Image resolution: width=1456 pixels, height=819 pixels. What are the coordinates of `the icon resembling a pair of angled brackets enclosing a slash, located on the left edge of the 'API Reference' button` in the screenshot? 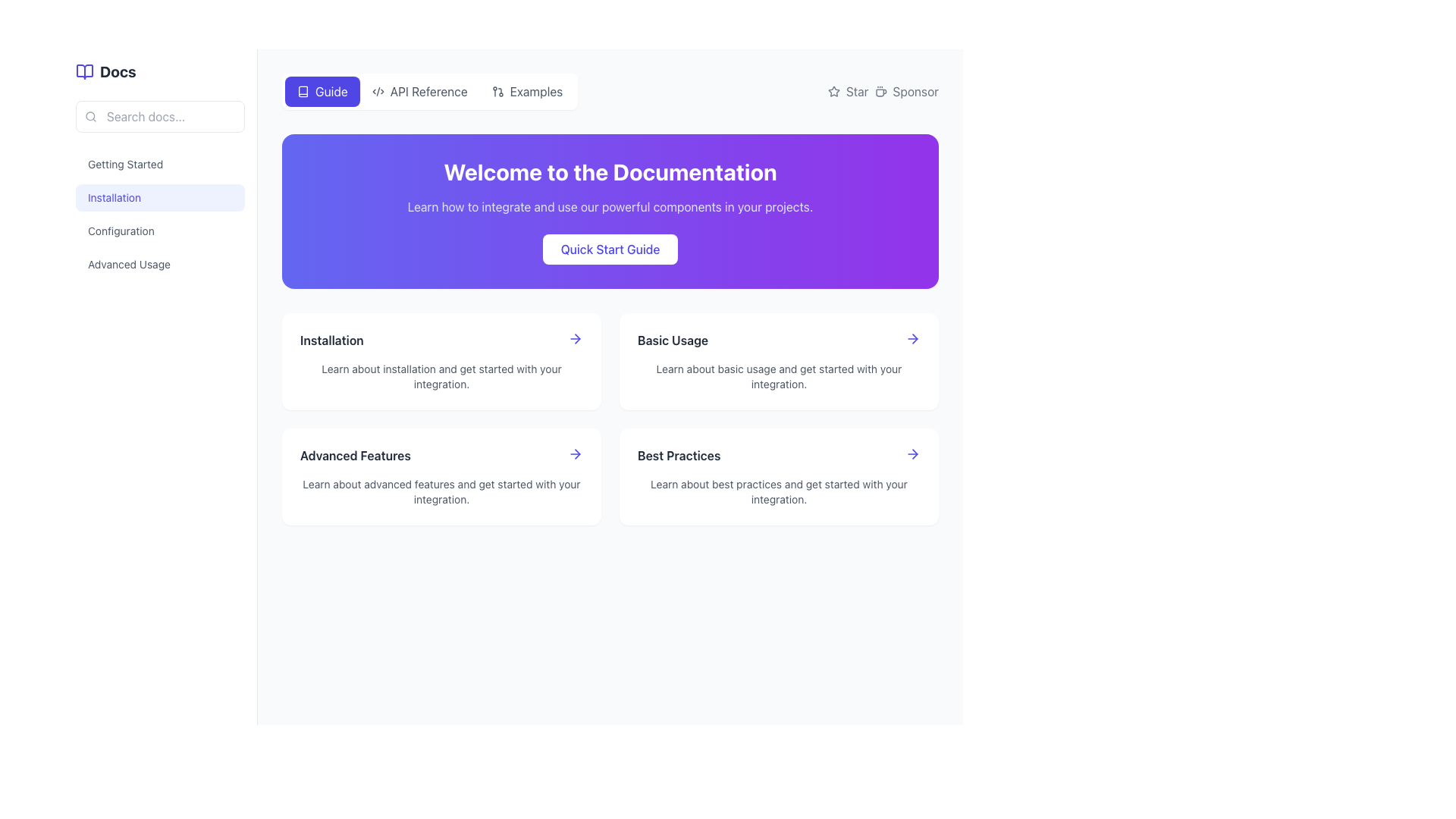 It's located at (378, 91).